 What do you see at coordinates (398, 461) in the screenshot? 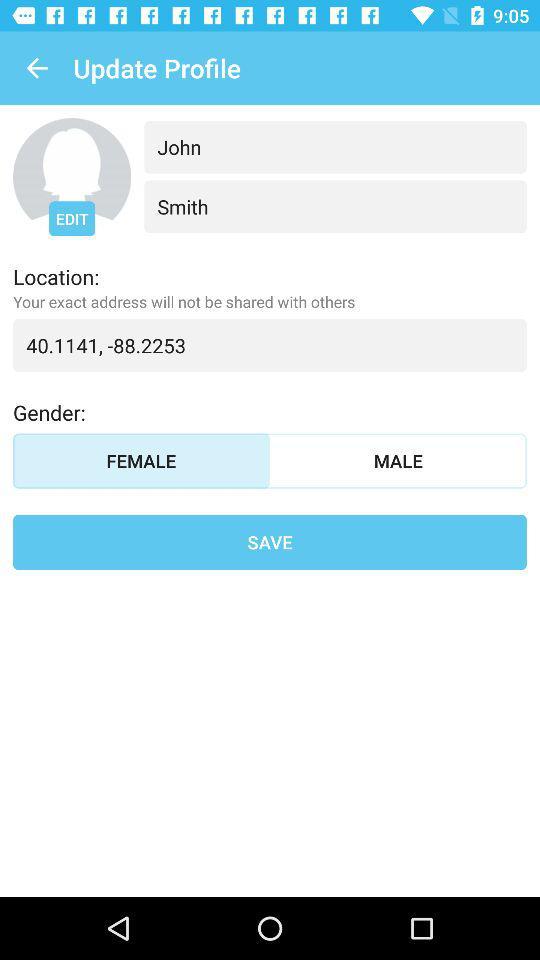
I see `the item above the save item` at bounding box center [398, 461].